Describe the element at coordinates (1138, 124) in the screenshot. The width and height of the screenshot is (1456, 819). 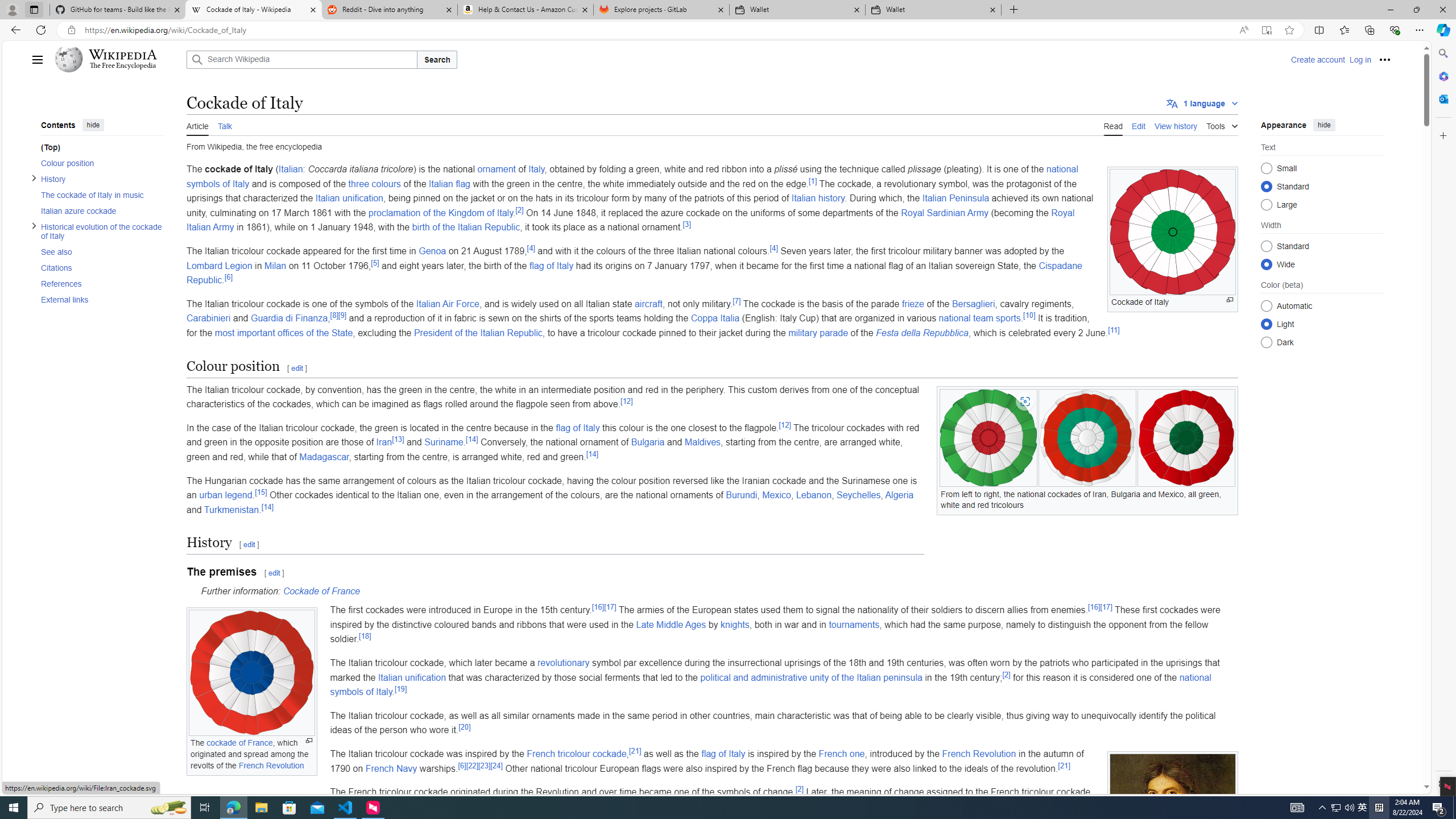
I see `'Edit'` at that location.